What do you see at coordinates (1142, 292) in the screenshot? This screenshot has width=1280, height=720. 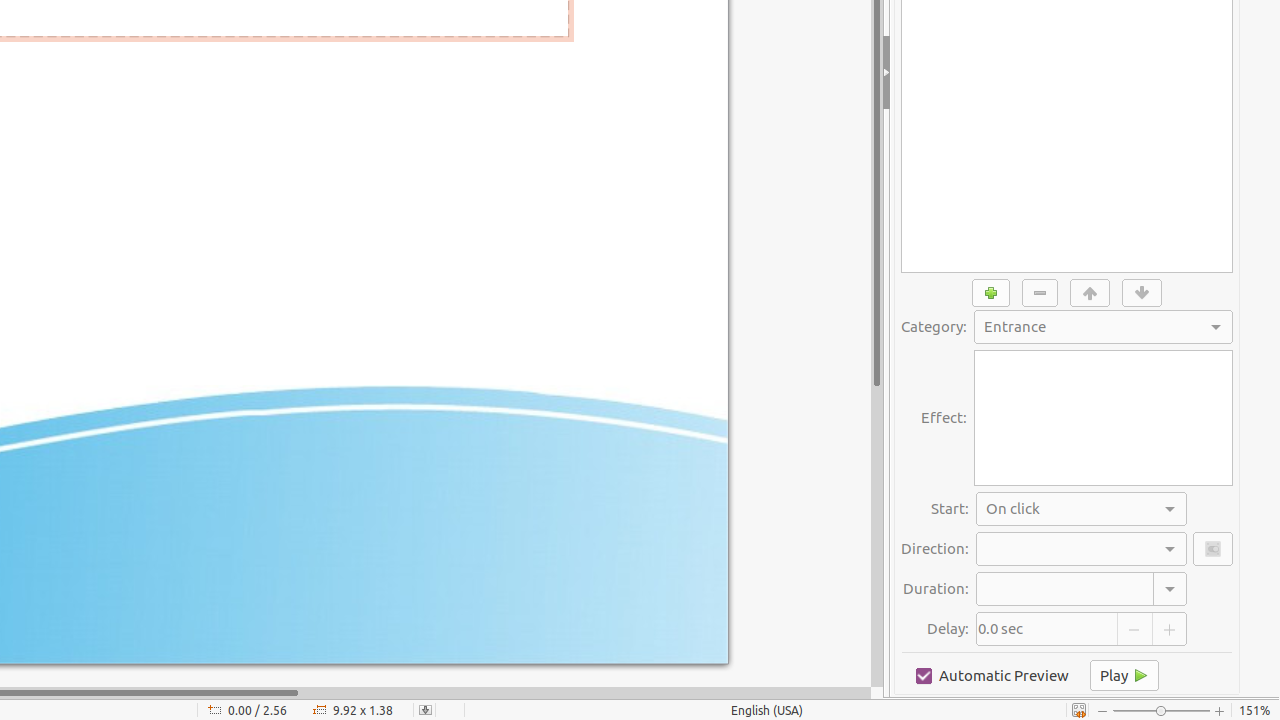 I see `'Move Down'` at bounding box center [1142, 292].